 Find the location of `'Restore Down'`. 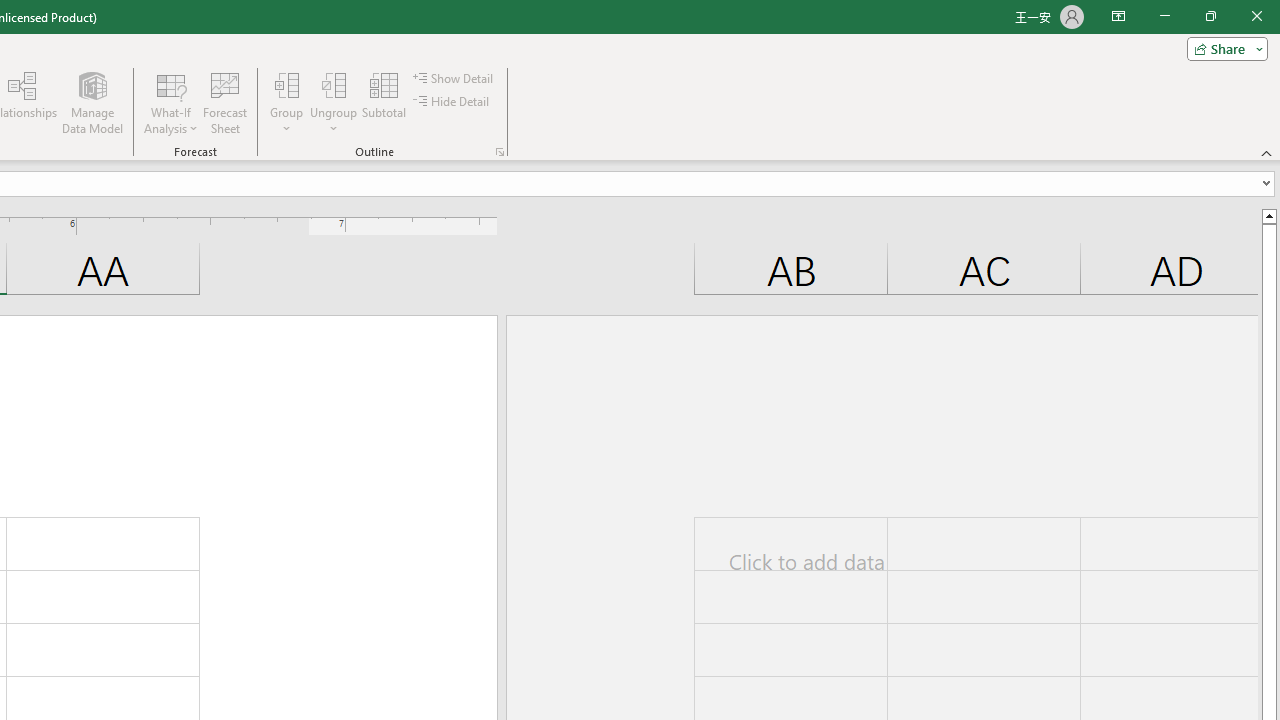

'Restore Down' is located at coordinates (1209, 16).